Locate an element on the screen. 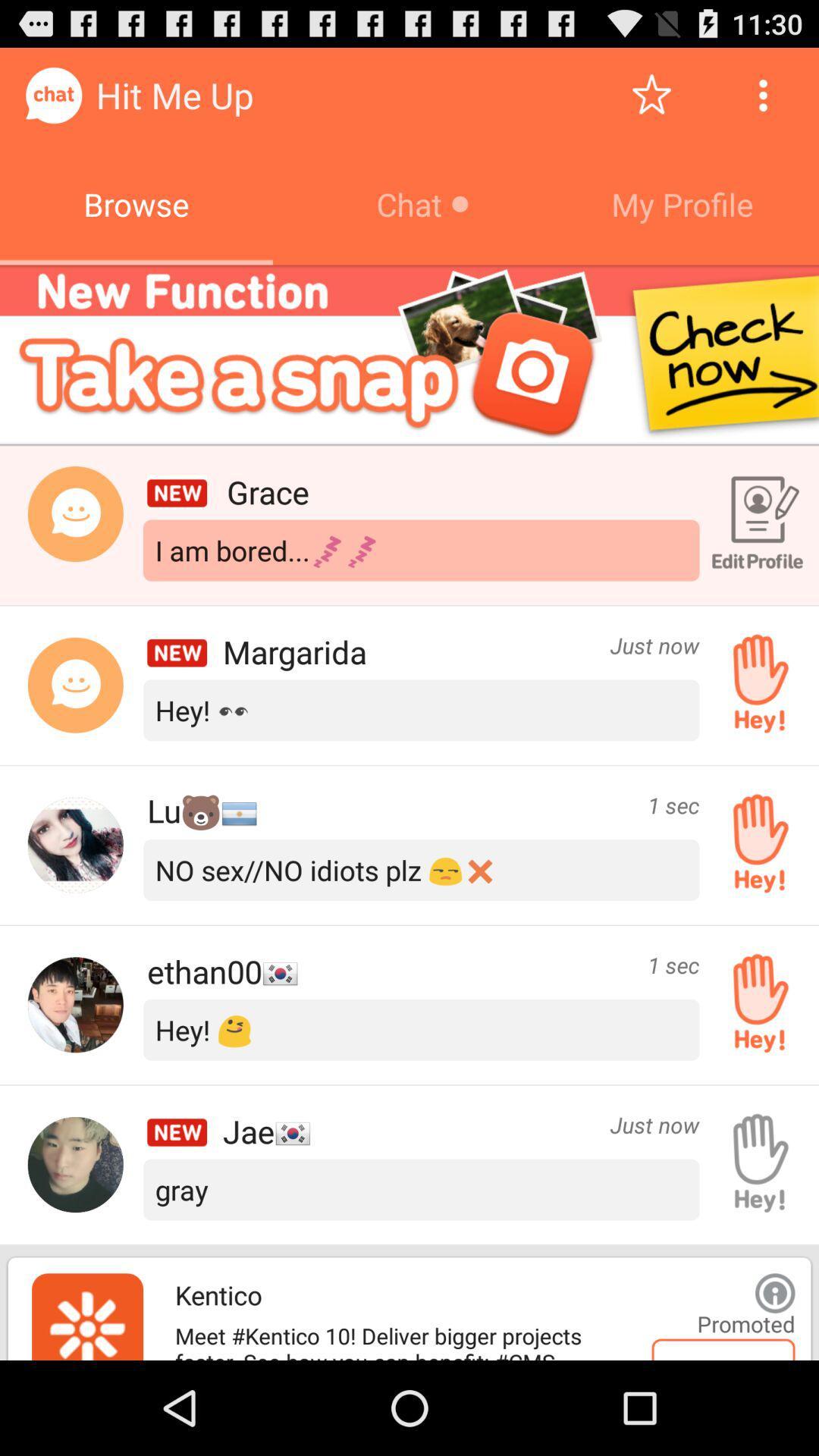 The image size is (819, 1456). send hey is located at coordinates (755, 684).